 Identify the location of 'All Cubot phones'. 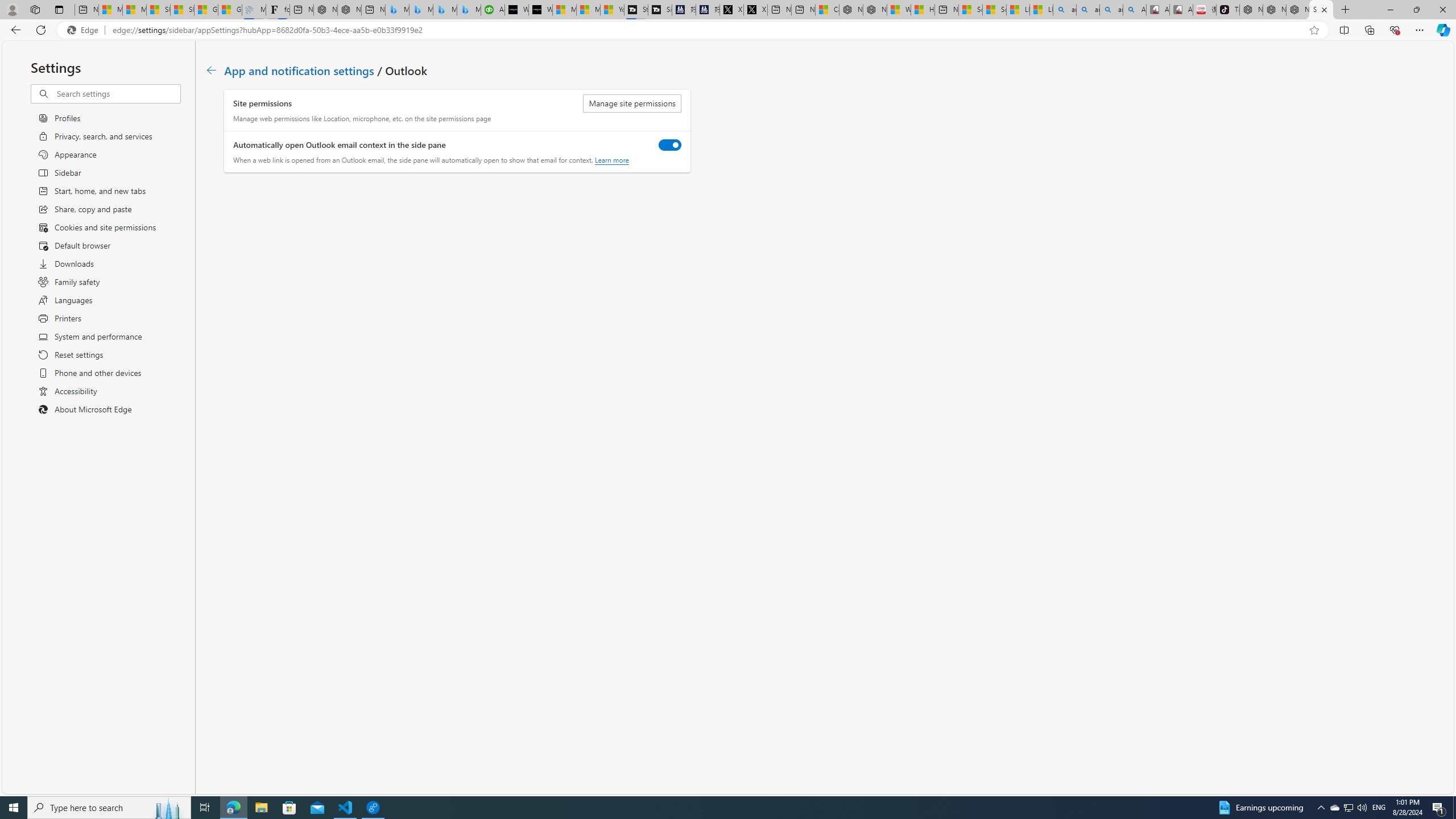
(1181, 9).